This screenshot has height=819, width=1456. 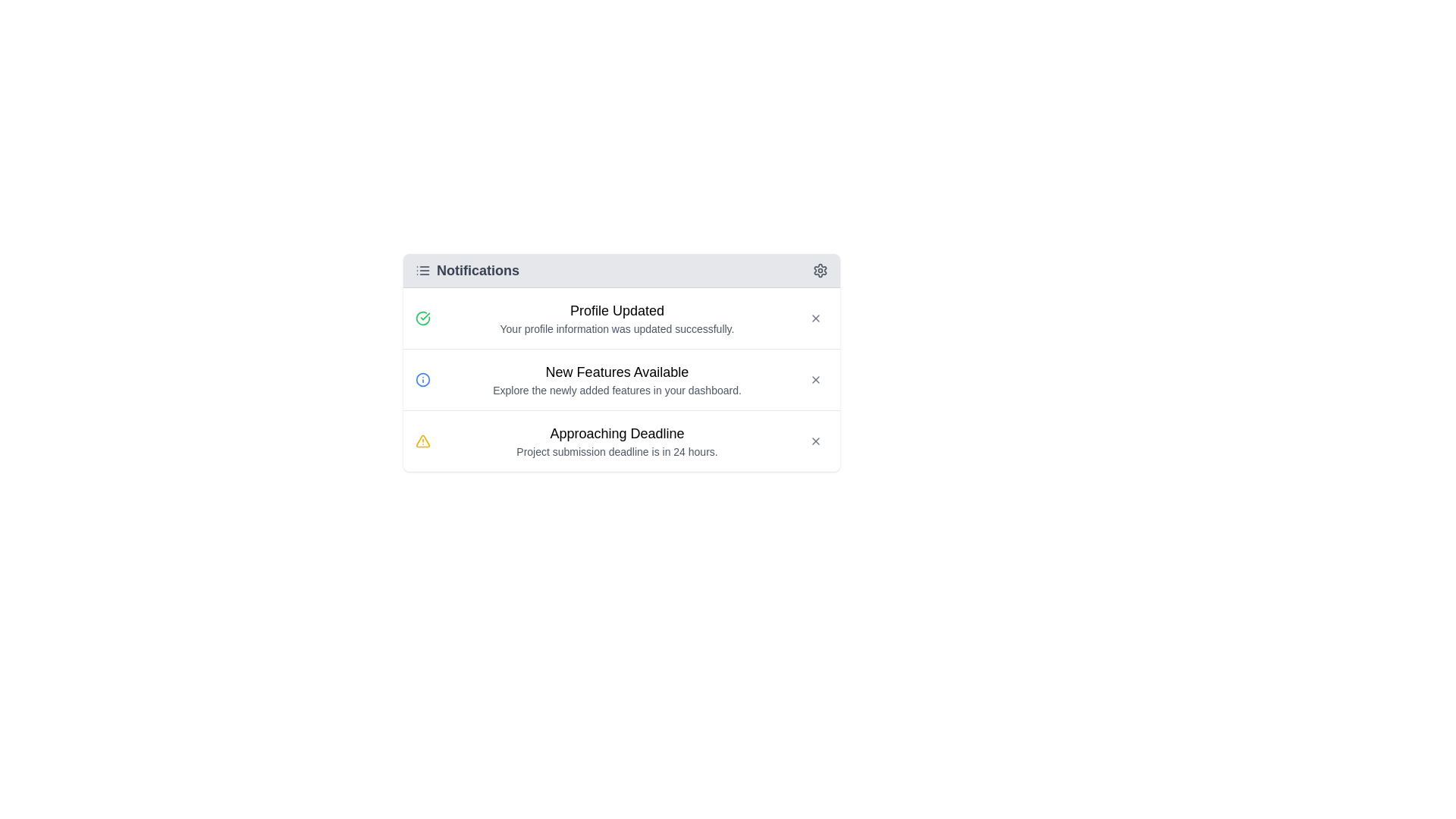 What do you see at coordinates (814, 441) in the screenshot?
I see `the small, circular 'x' button in the top-right corner of the 'Approaching Deadline' notification card` at bounding box center [814, 441].